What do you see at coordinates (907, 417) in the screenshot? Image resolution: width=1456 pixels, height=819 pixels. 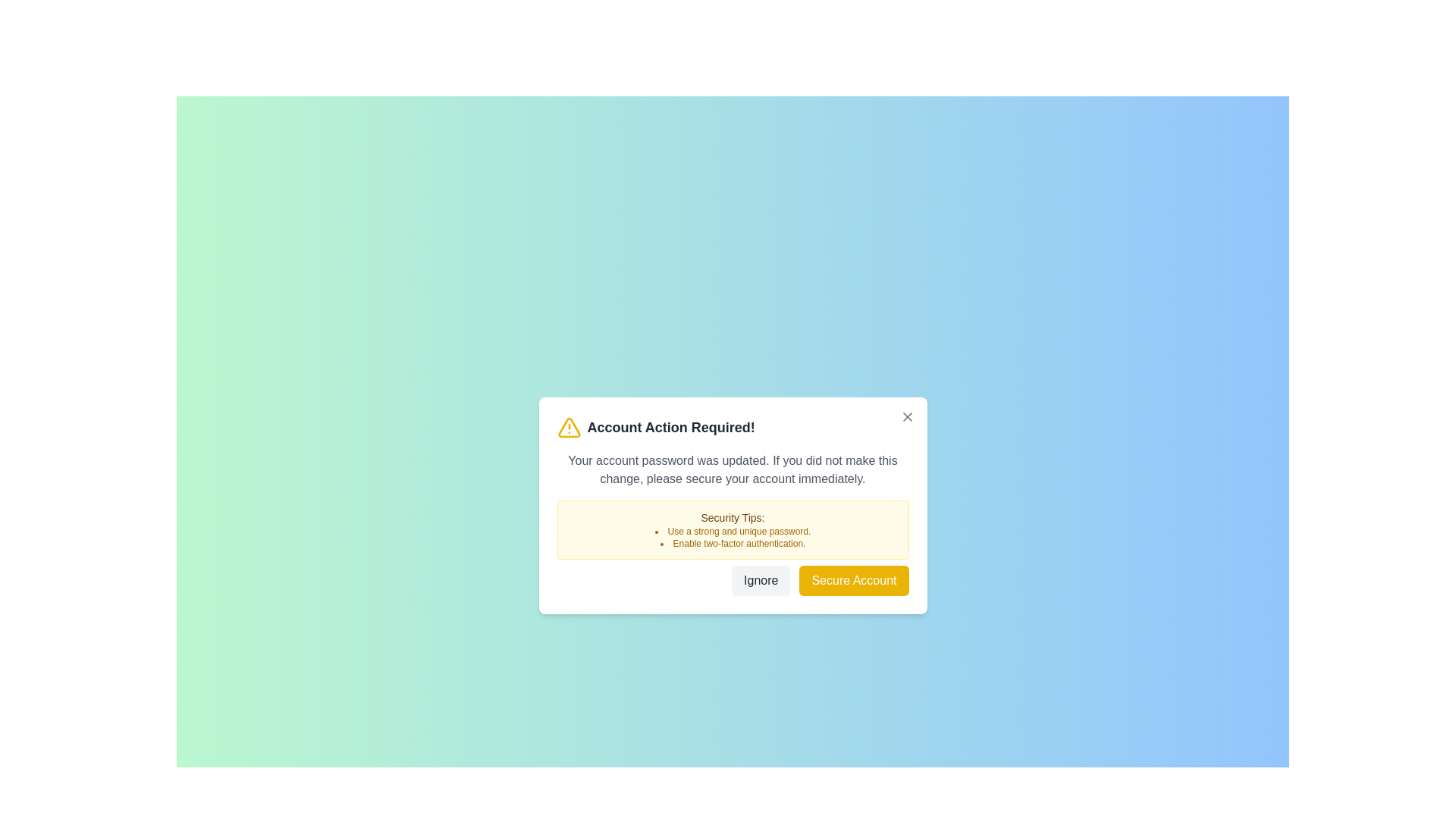 I see `the close button at the top-right corner of the notification to dismiss it` at bounding box center [907, 417].